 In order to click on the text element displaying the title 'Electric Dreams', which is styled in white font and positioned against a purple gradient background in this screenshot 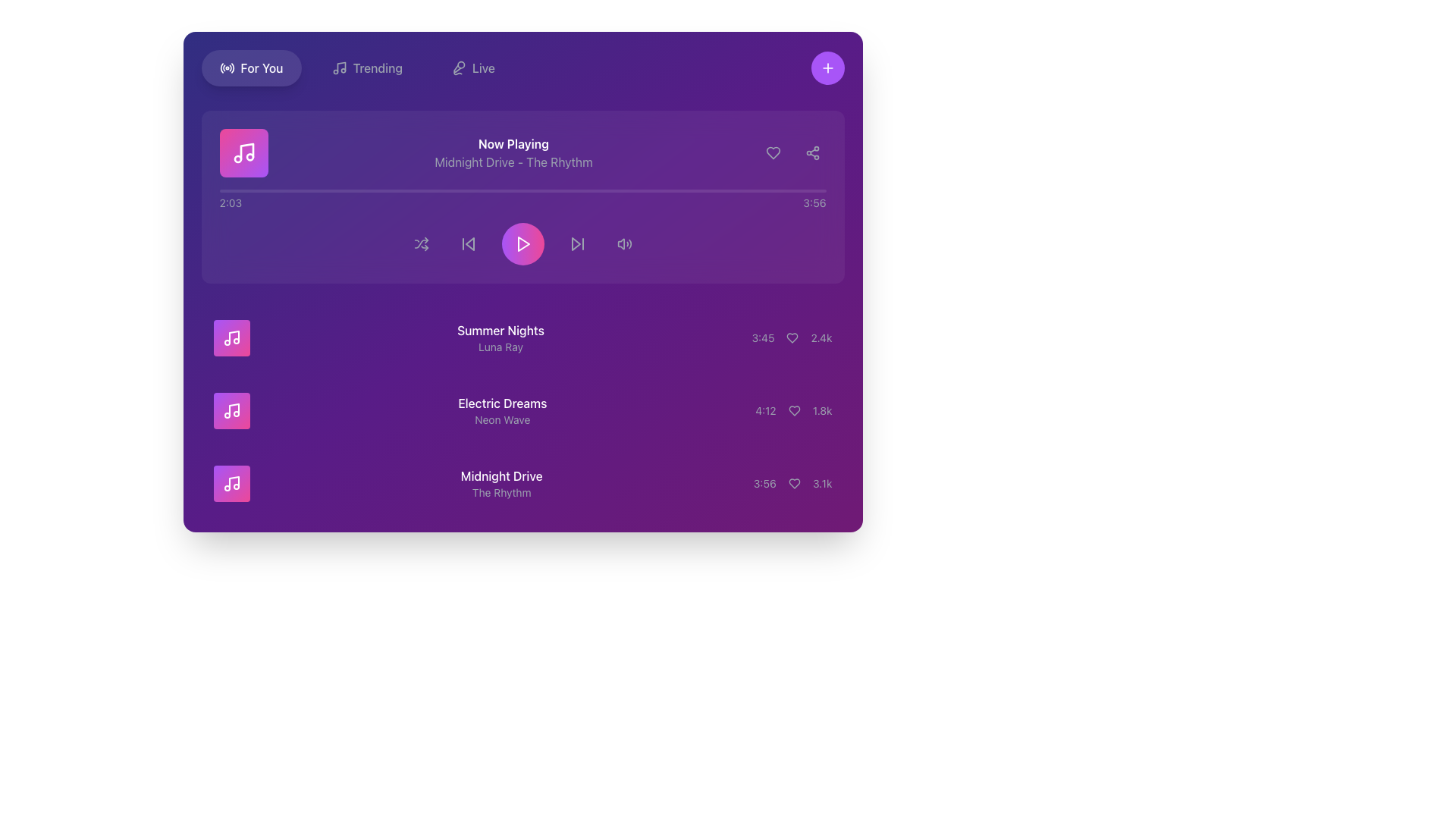, I will do `click(502, 403)`.